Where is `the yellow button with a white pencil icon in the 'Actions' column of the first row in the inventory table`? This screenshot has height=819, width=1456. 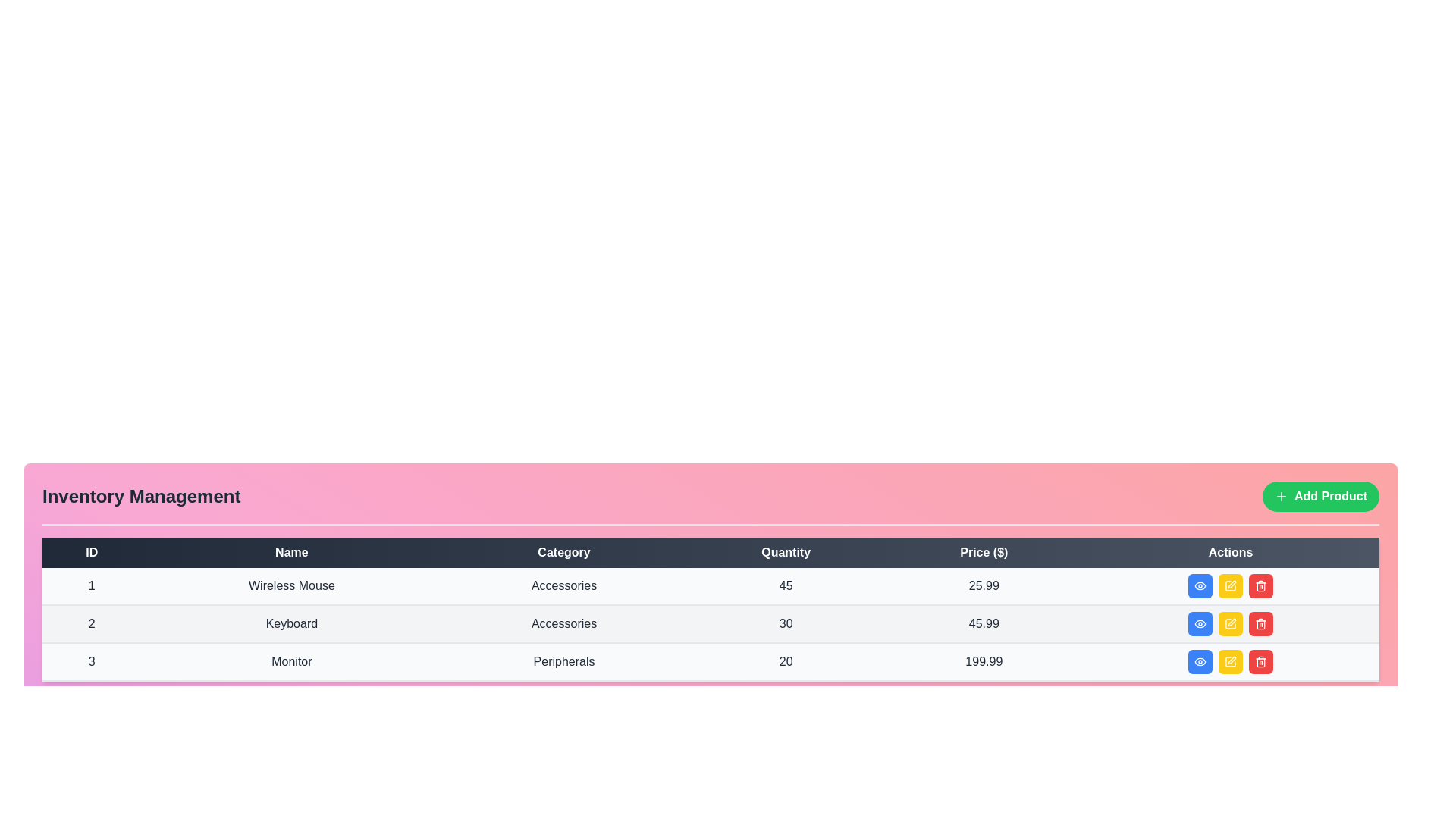 the yellow button with a white pencil icon in the 'Actions' column of the first row in the inventory table is located at coordinates (1231, 585).